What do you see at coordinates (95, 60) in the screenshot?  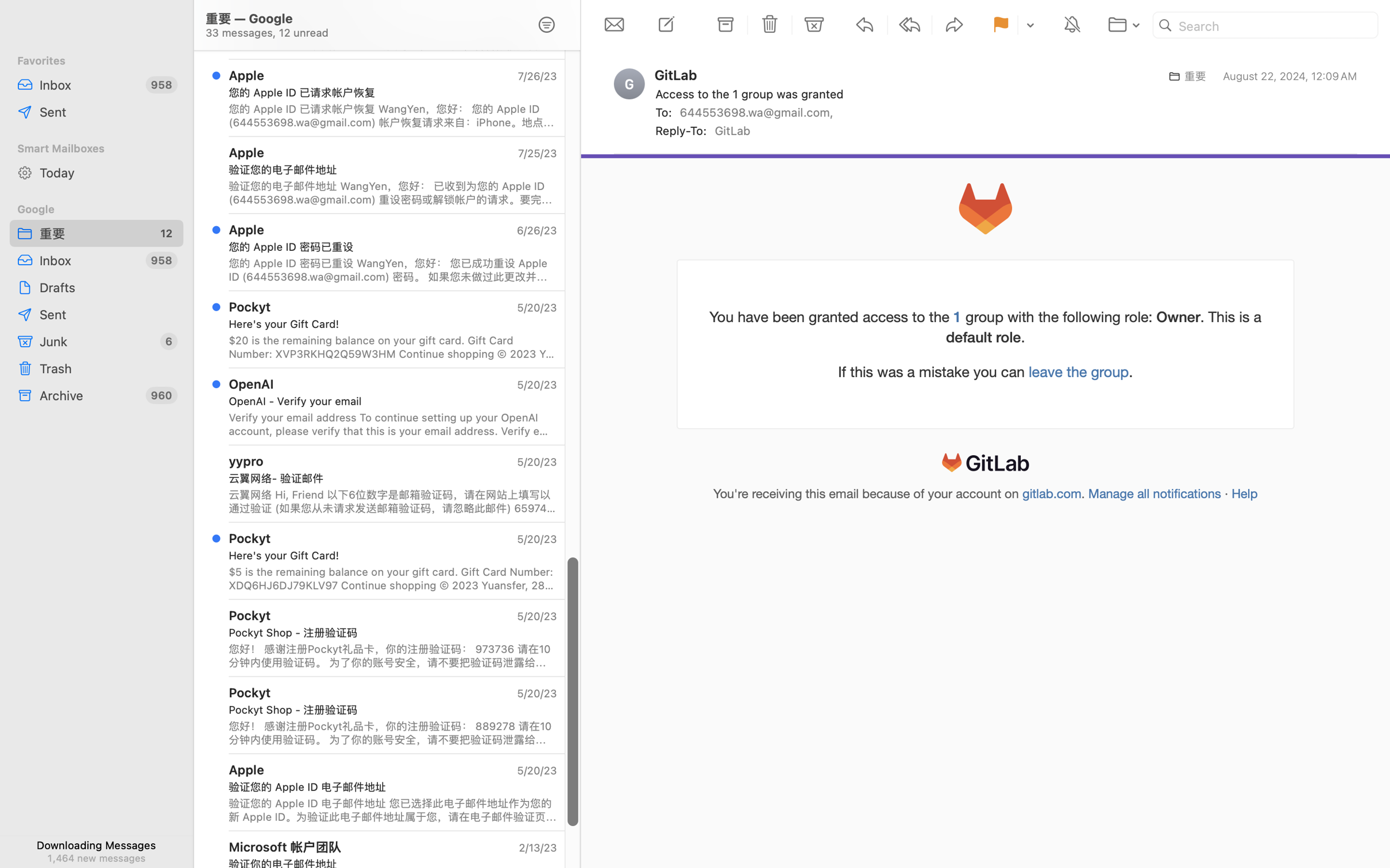 I see `'Favorites'` at bounding box center [95, 60].